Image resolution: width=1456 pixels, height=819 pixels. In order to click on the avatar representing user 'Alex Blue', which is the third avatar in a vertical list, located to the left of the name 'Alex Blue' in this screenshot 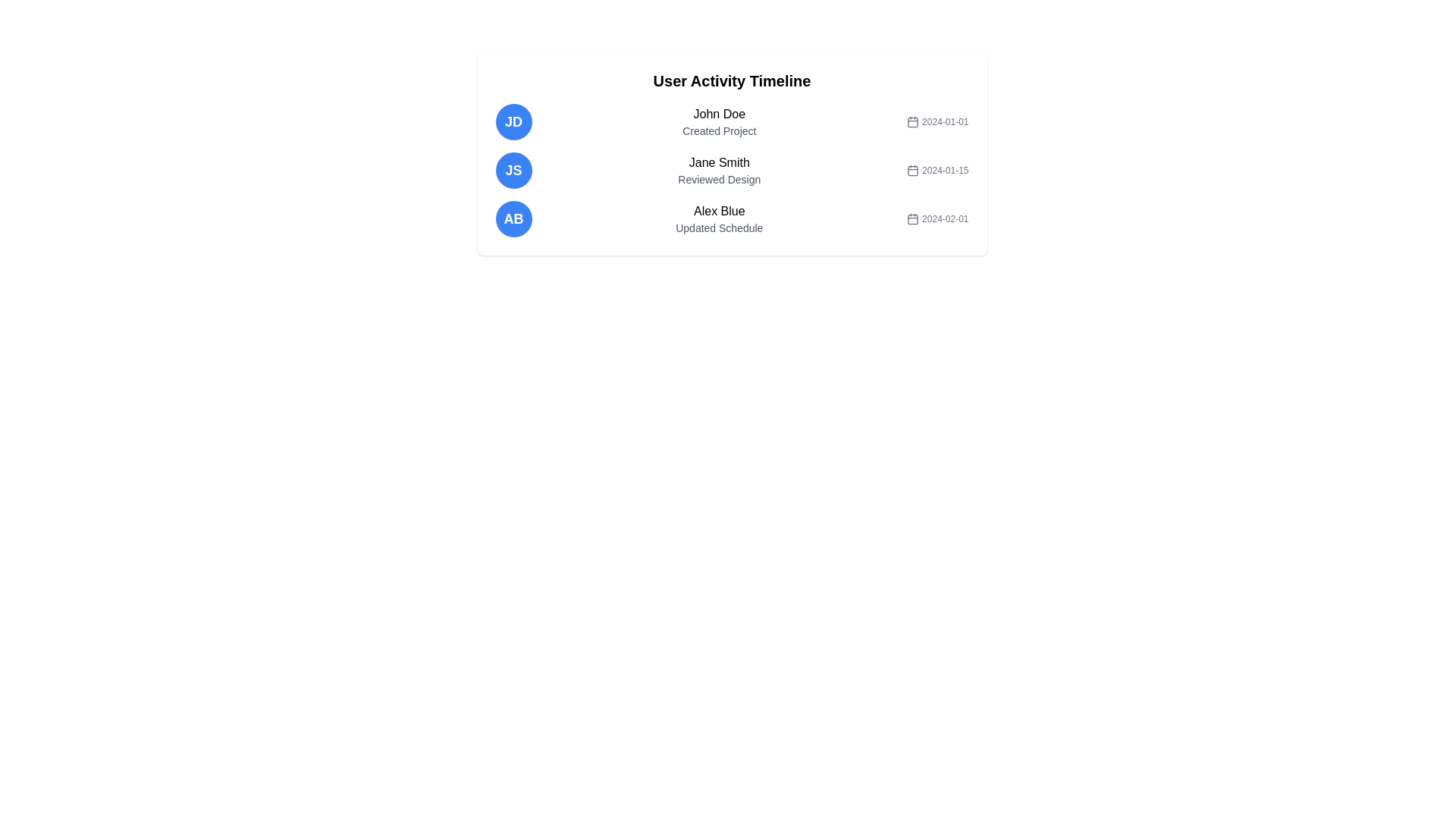, I will do `click(513, 219)`.